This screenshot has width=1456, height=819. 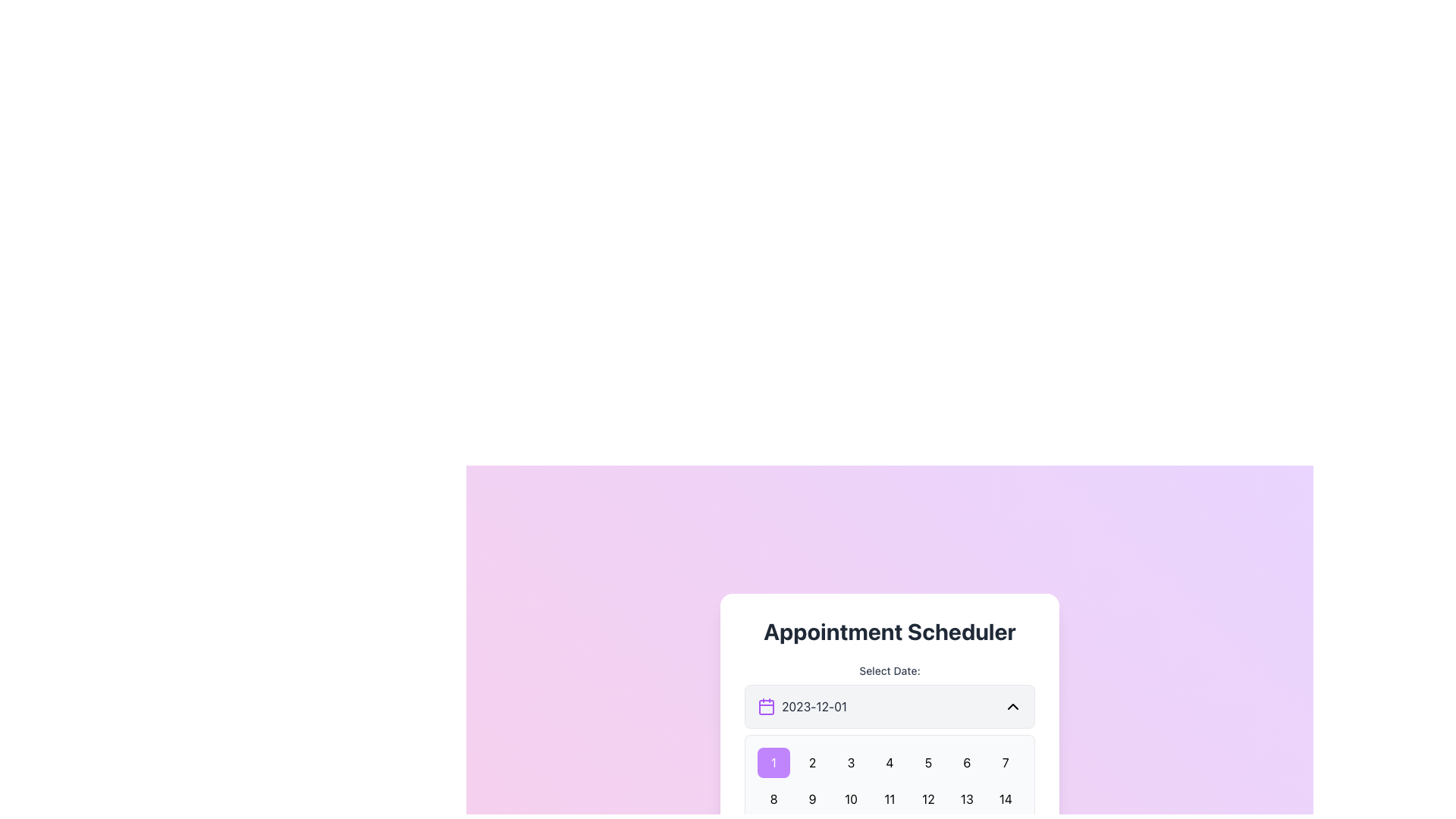 I want to click on the static text label displaying 'Select Date:' which is positioned above the date selection field in the calendar interface, so click(x=890, y=670).